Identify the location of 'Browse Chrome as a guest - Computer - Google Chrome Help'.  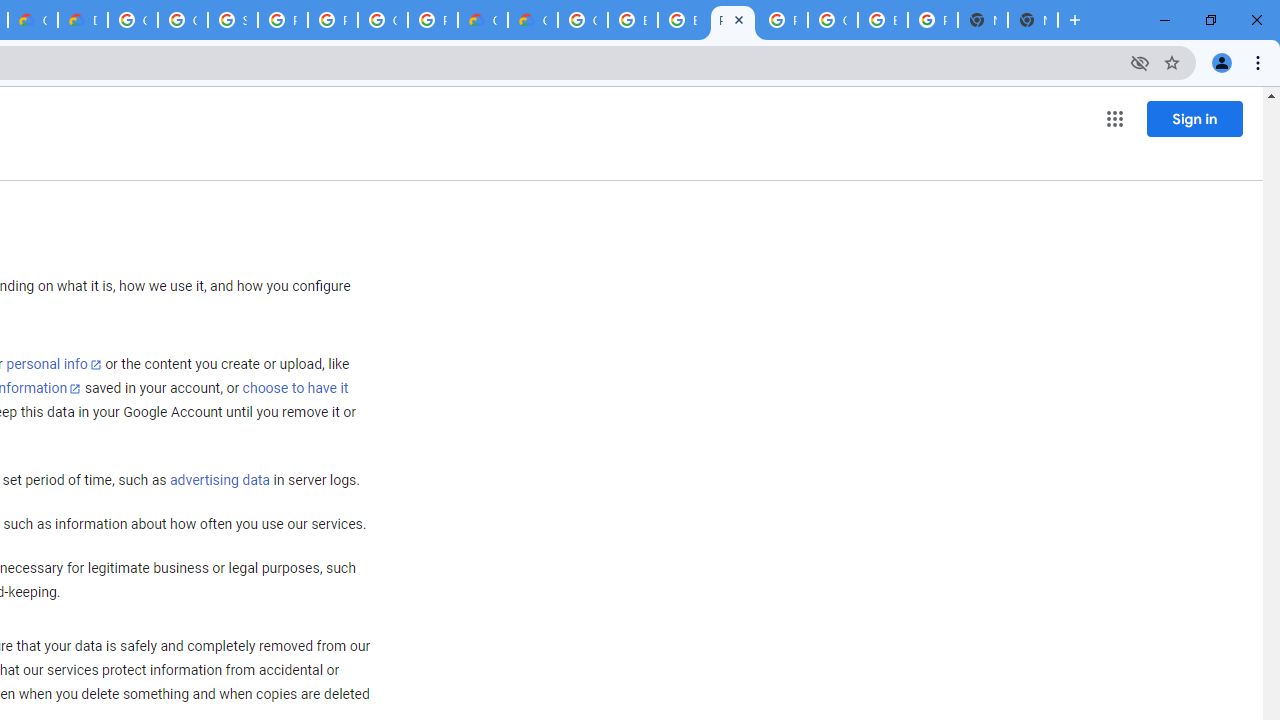
(631, 20).